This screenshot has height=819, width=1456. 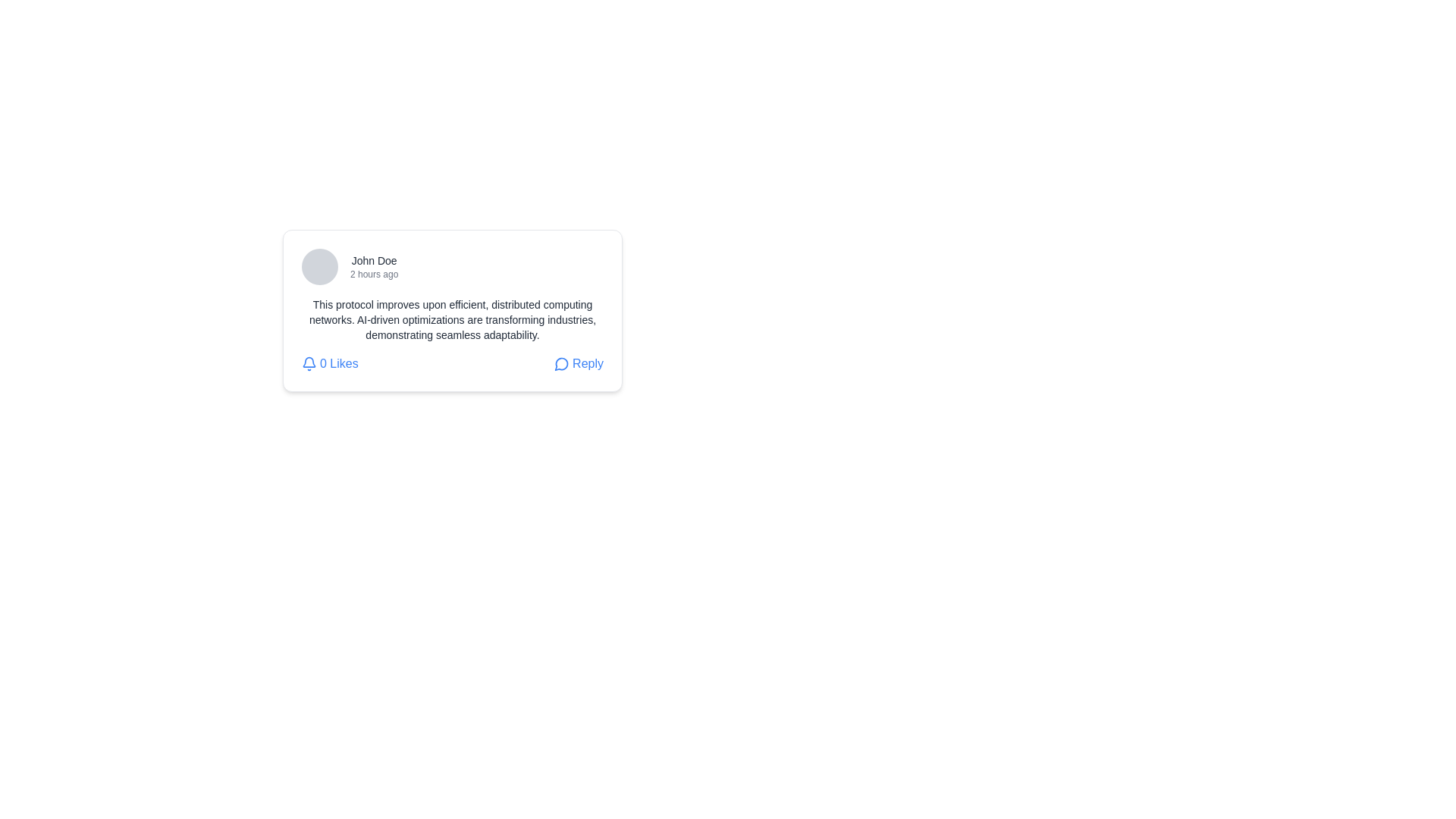 I want to click on the static text label that displays 'John Doe', which serves as an identifier for a user or participant in a discussion, so click(x=374, y=259).